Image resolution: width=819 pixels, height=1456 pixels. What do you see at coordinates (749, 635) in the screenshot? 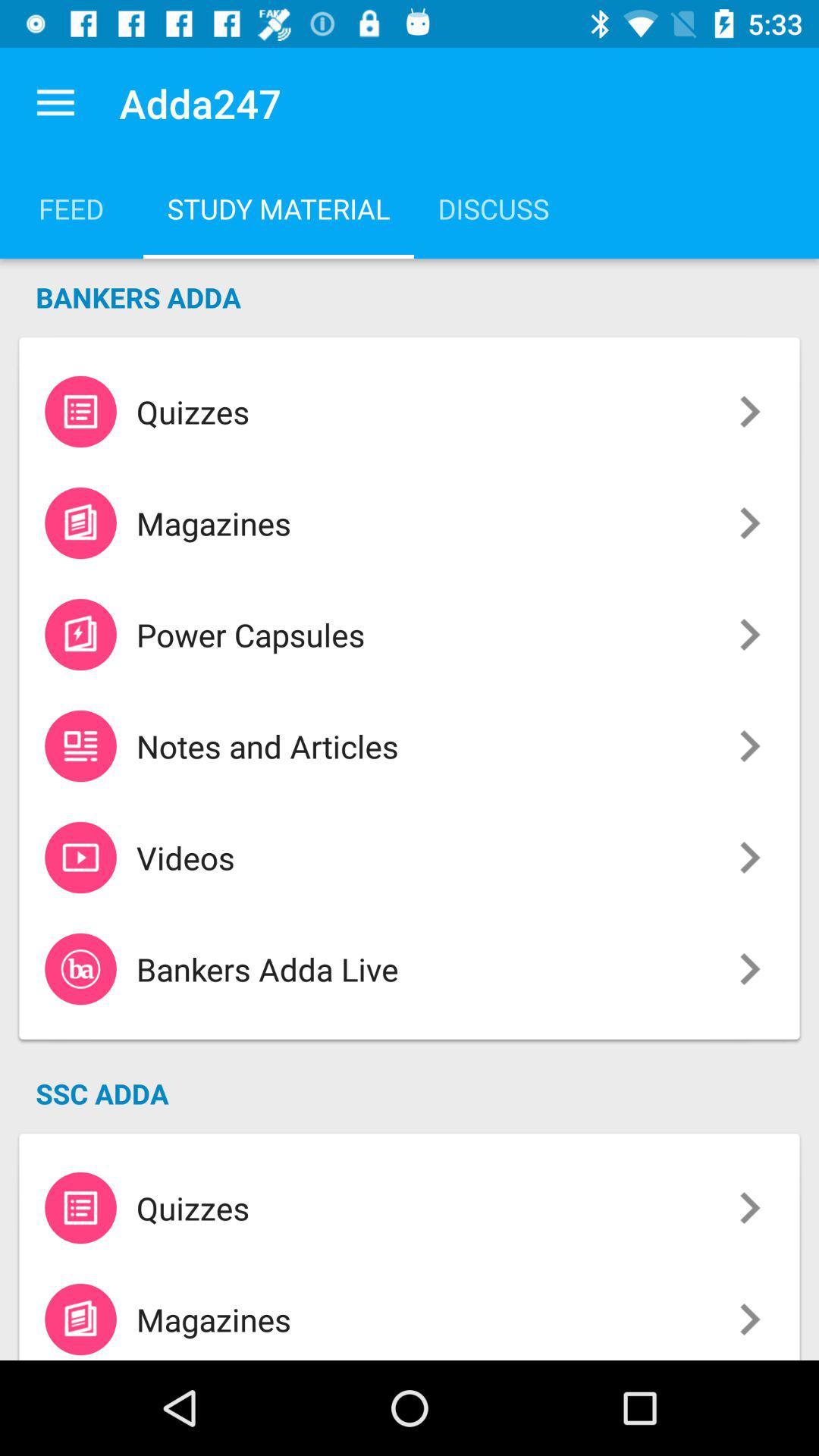
I see `the right scroll in the 3rd option` at bounding box center [749, 635].